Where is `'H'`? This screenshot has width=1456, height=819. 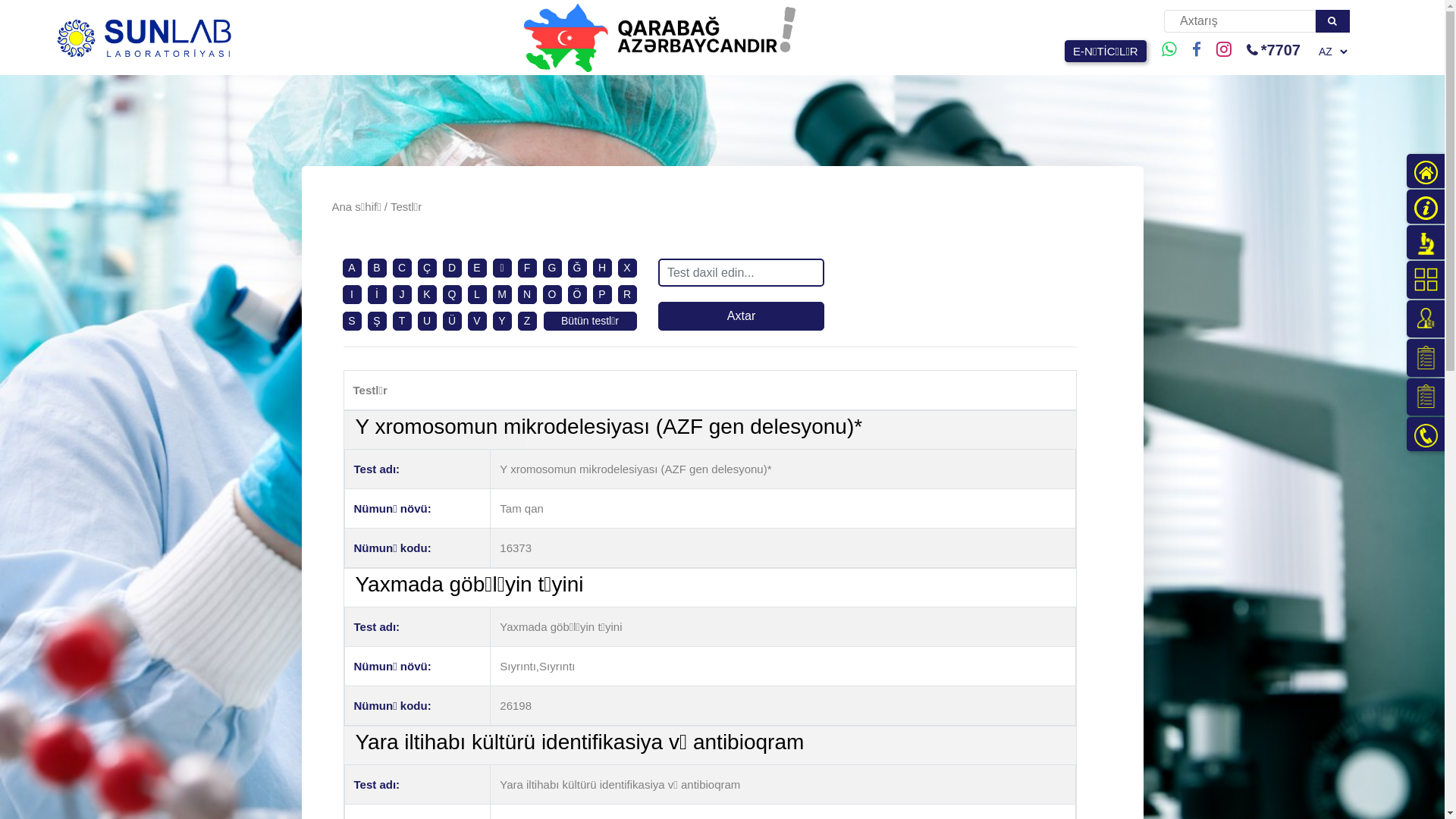
'H' is located at coordinates (597, 267).